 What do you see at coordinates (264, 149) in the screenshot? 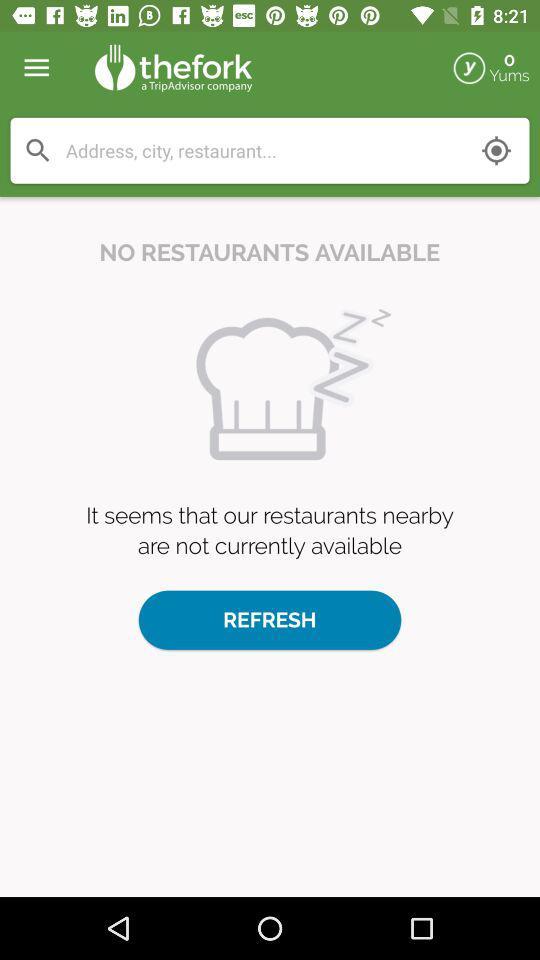
I see `search restaurant address` at bounding box center [264, 149].